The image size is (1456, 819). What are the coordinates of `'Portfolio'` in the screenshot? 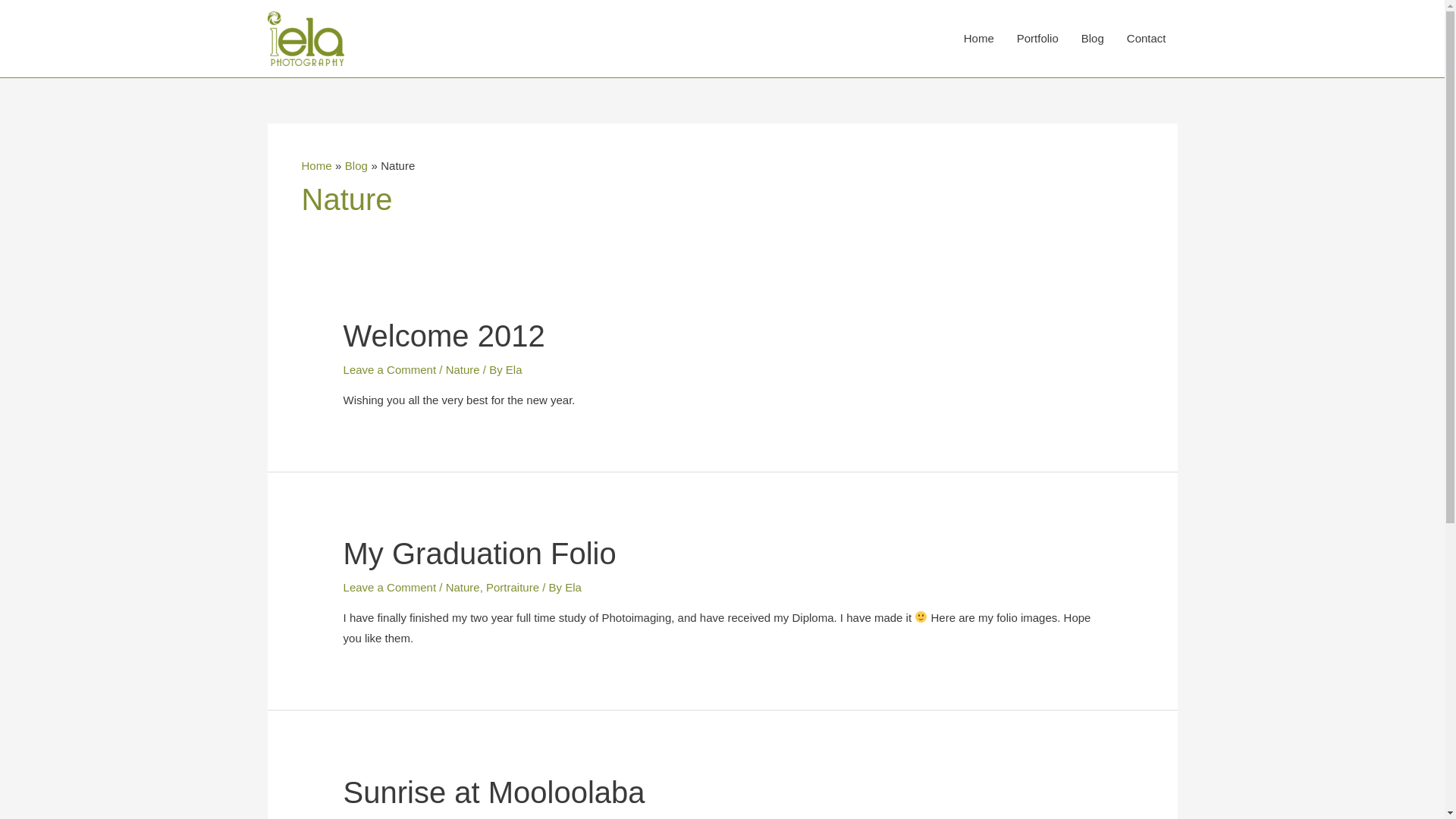 It's located at (1037, 37).